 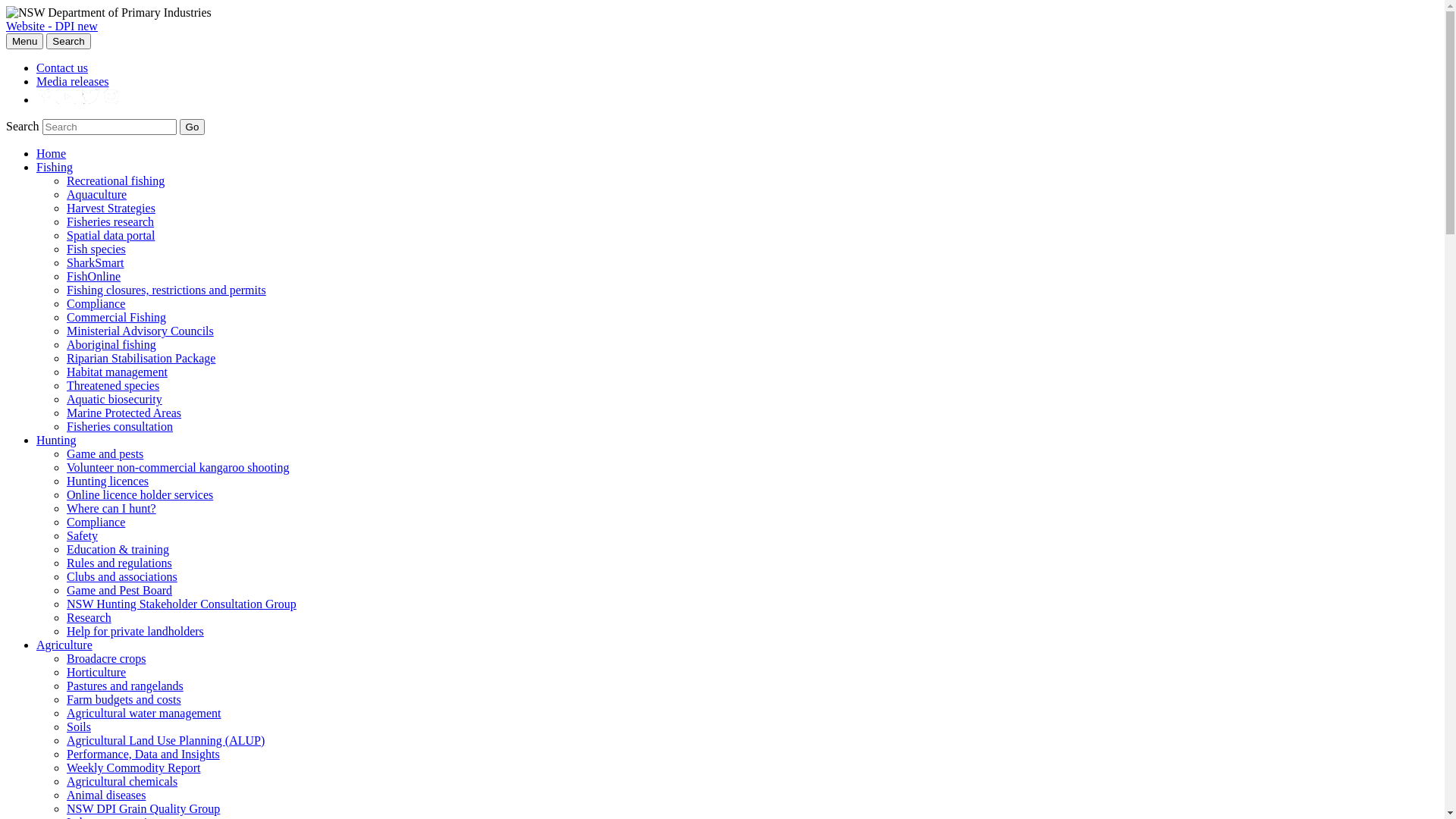 What do you see at coordinates (122, 781) in the screenshot?
I see `'Agricultural chemicals'` at bounding box center [122, 781].